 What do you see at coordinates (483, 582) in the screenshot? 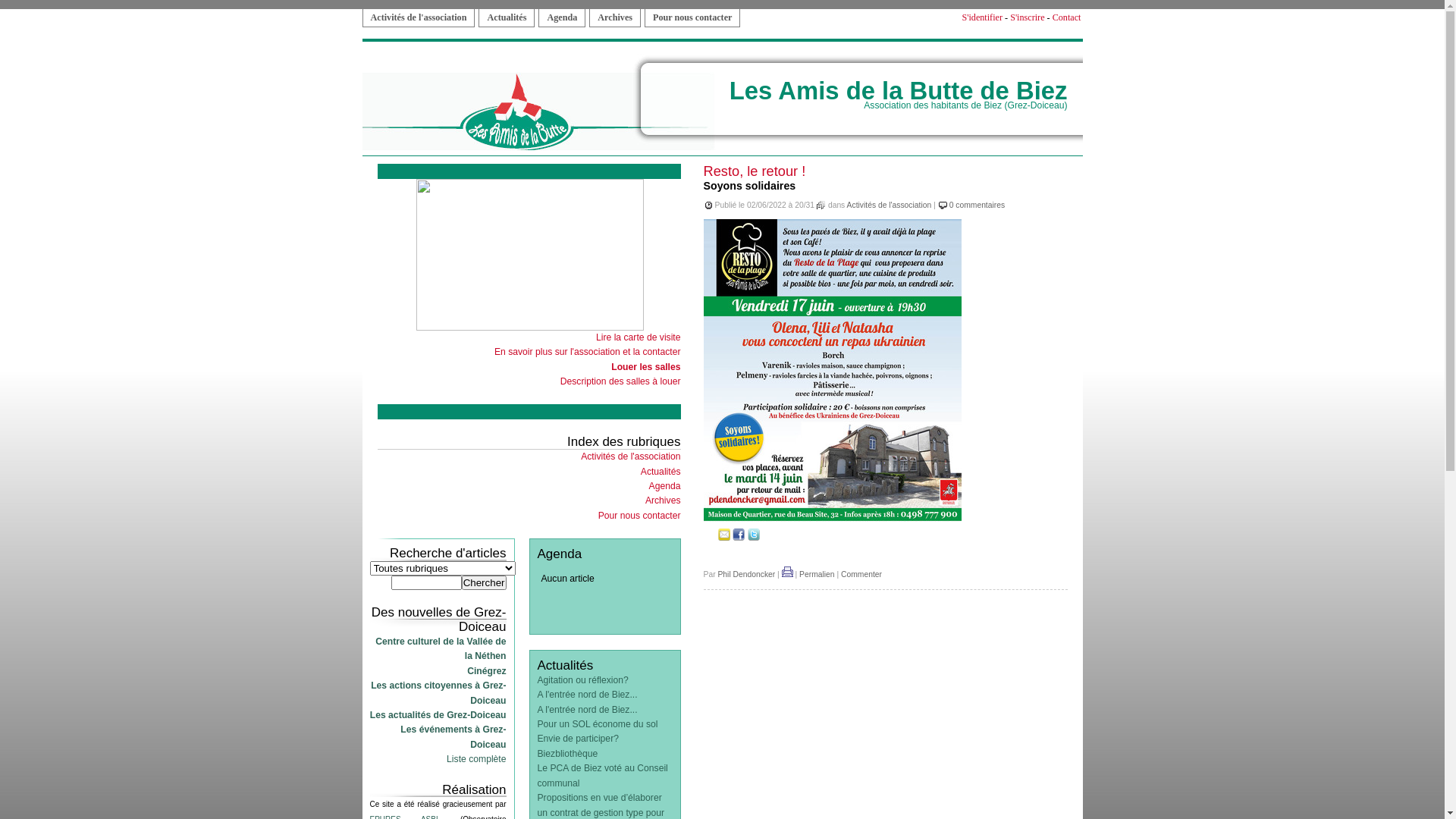
I see `'Chercher'` at bounding box center [483, 582].